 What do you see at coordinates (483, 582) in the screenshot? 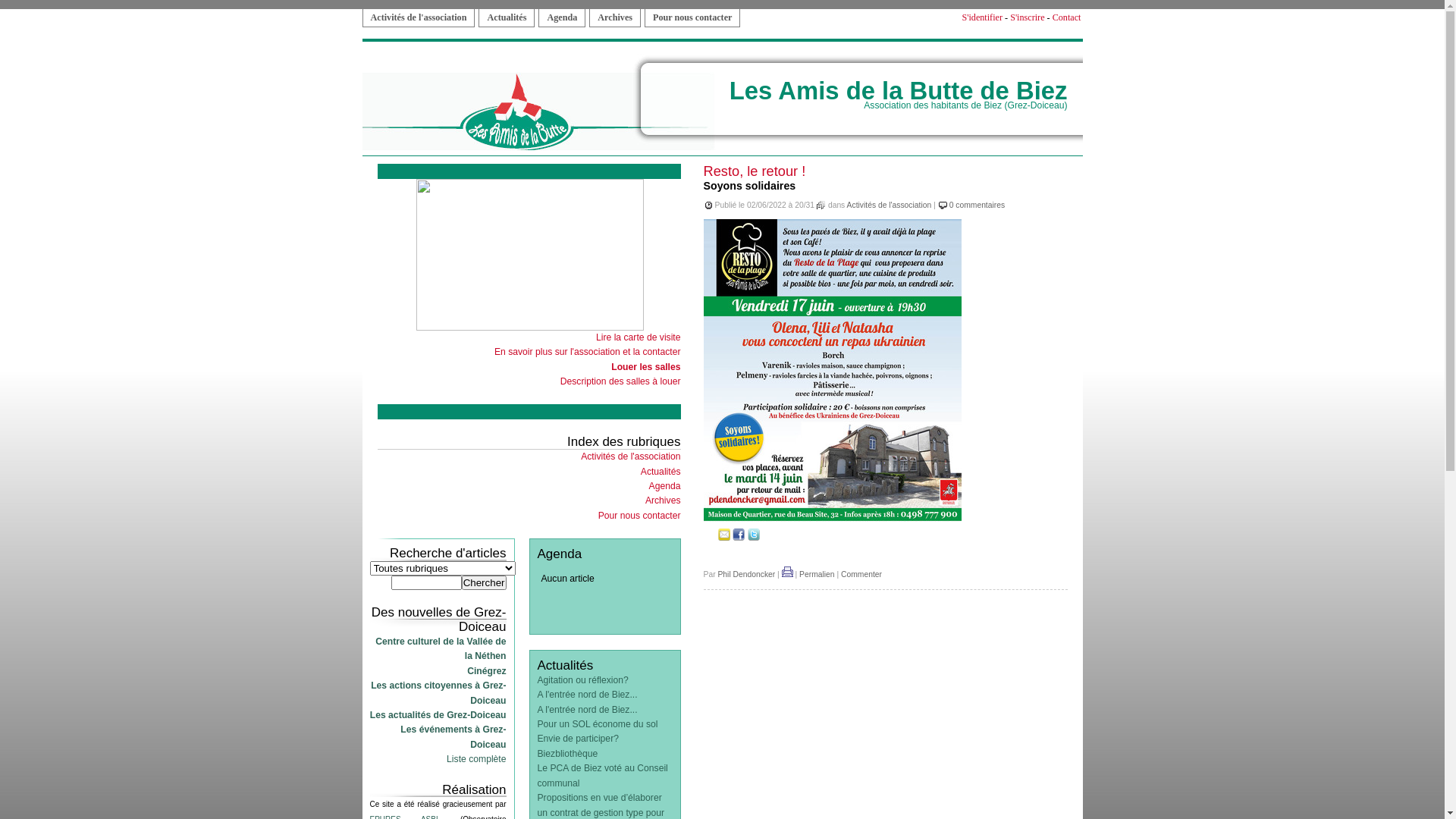
I see `'Chercher'` at bounding box center [483, 582].